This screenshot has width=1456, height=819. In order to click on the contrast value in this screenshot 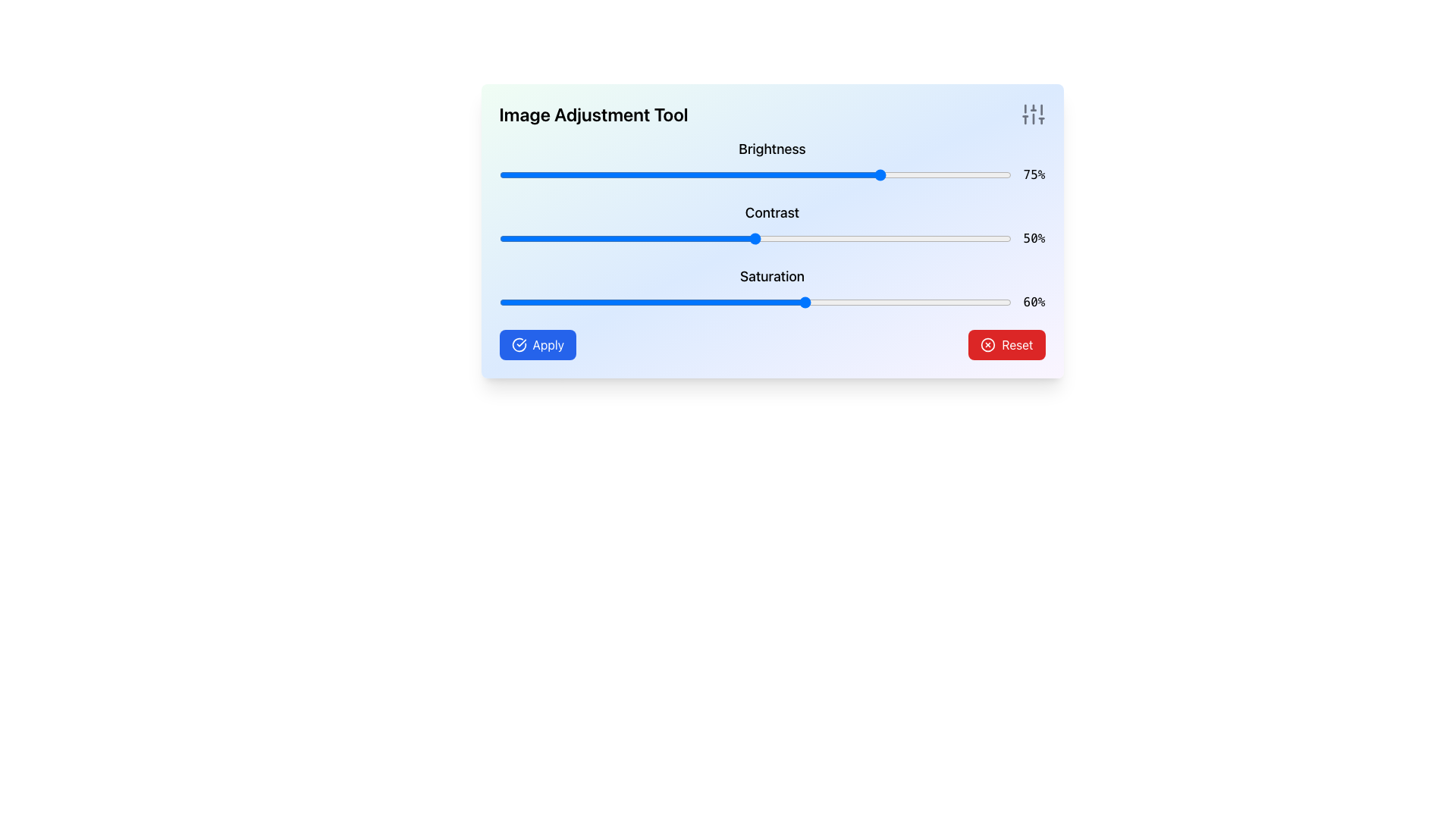, I will do `click(723, 239)`.